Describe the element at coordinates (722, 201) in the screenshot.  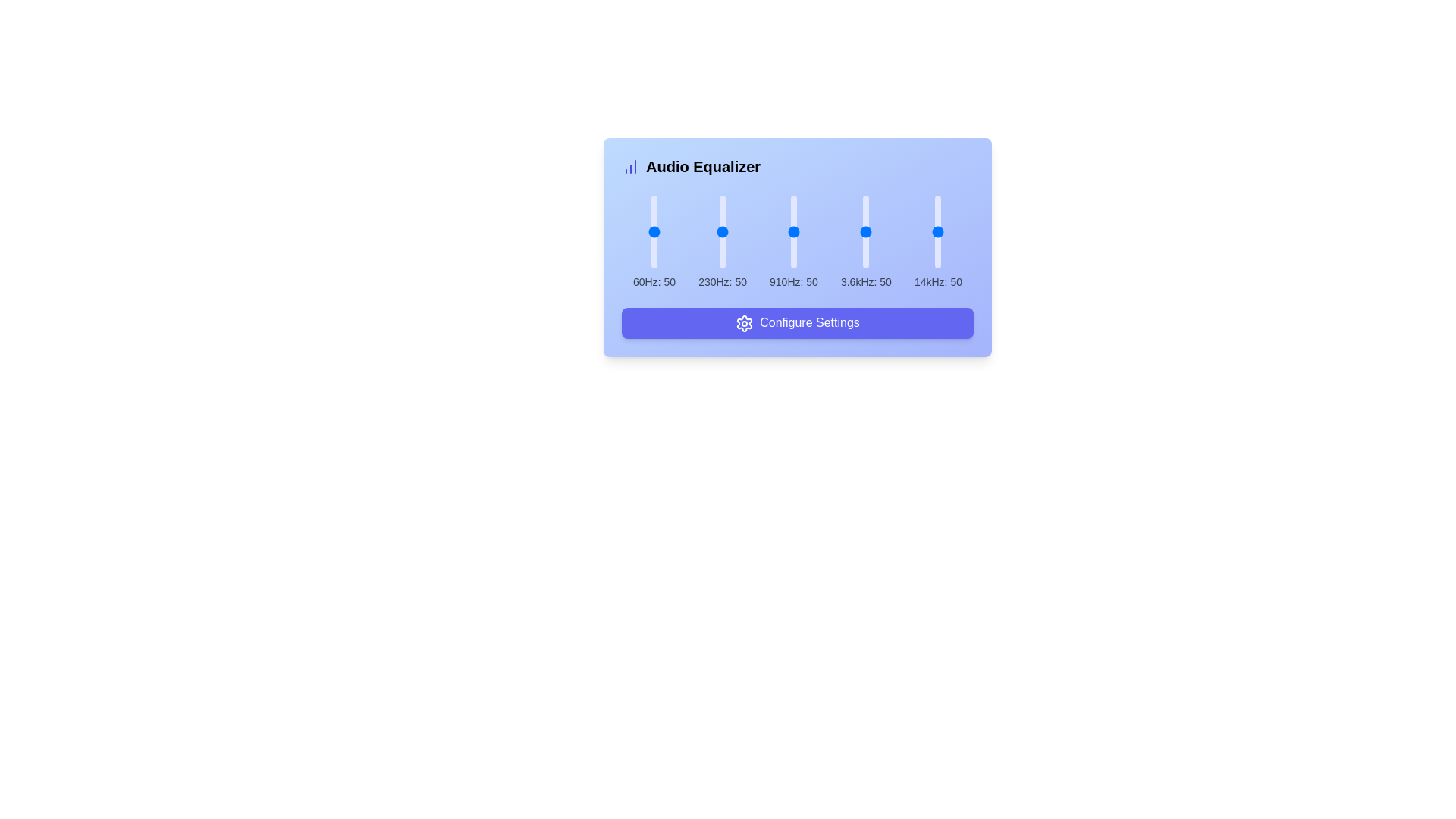
I see `the 230Hz slider value` at that location.